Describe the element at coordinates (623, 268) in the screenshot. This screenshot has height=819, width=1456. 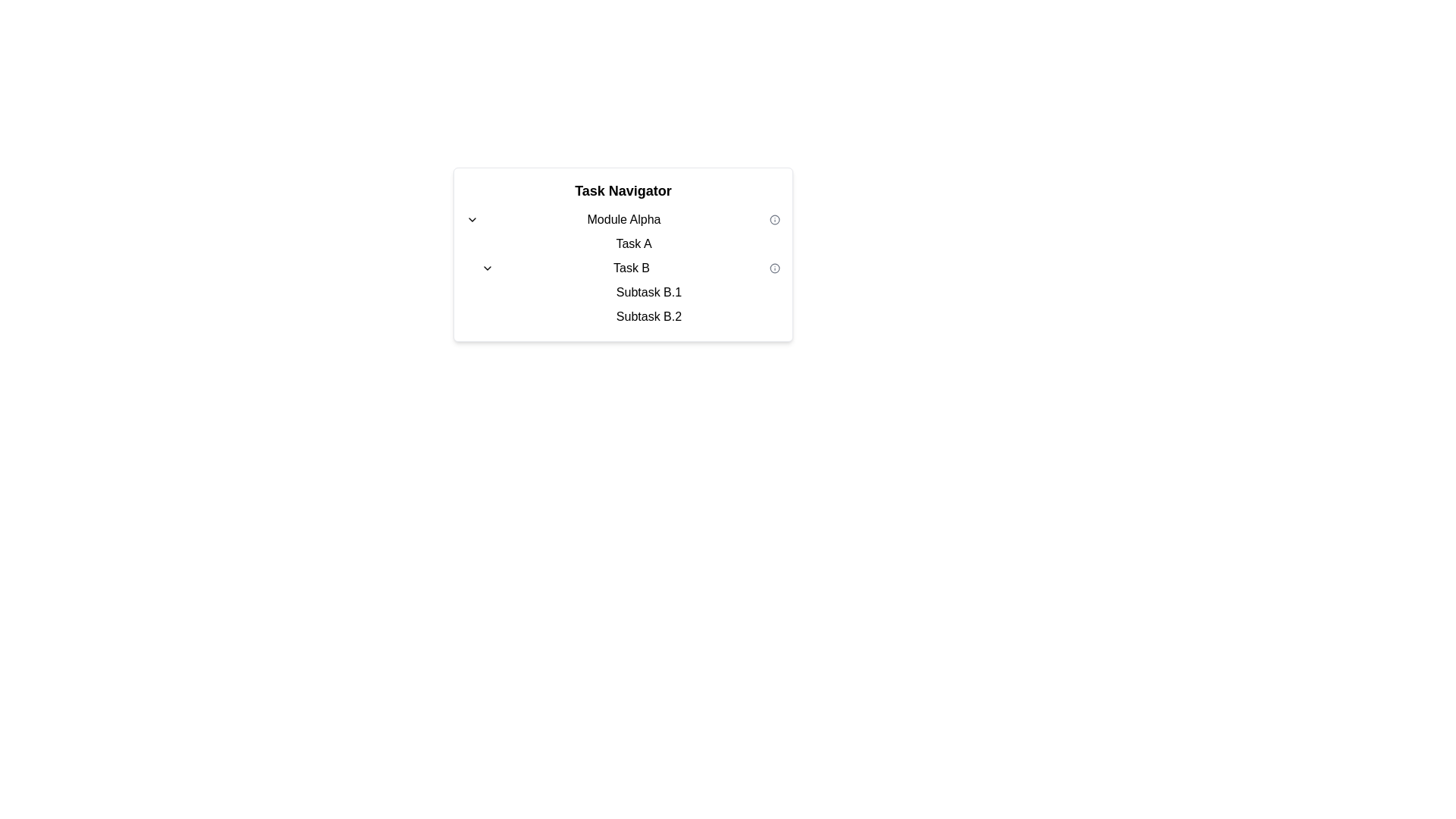
I see `the Collapsible List Header labeled 'Task B'` at that location.